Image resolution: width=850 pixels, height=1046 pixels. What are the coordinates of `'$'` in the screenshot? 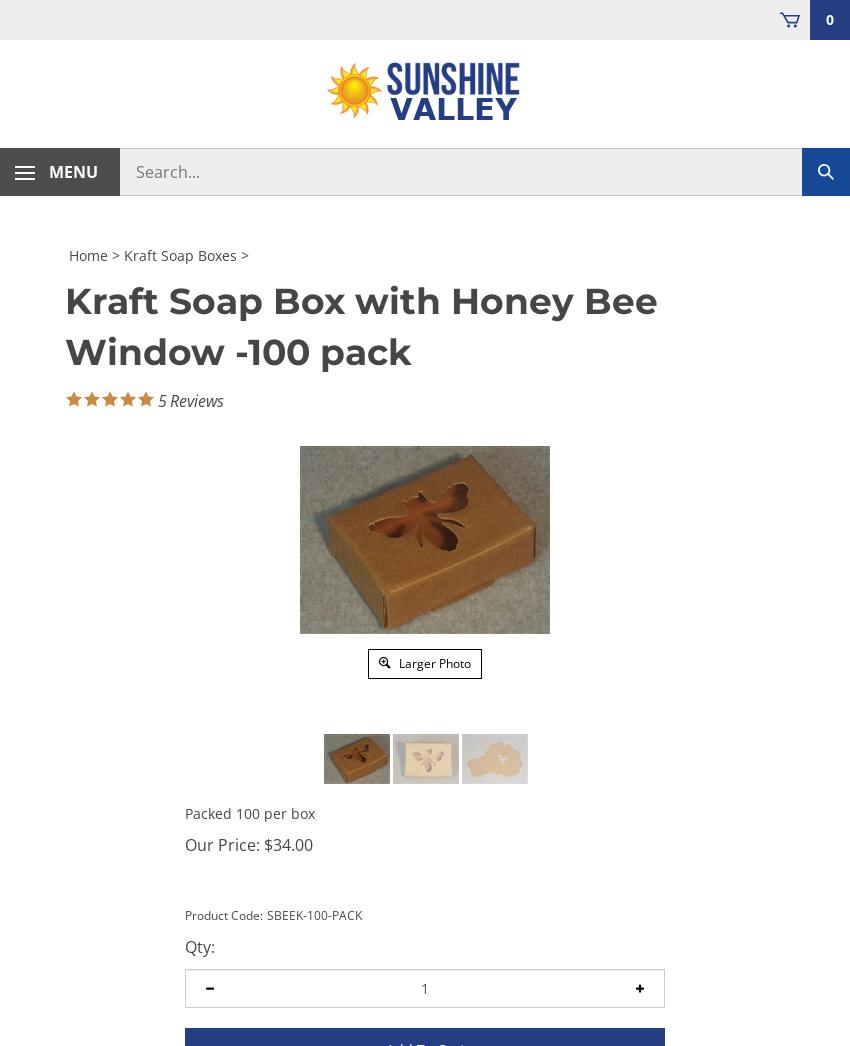 It's located at (265, 843).